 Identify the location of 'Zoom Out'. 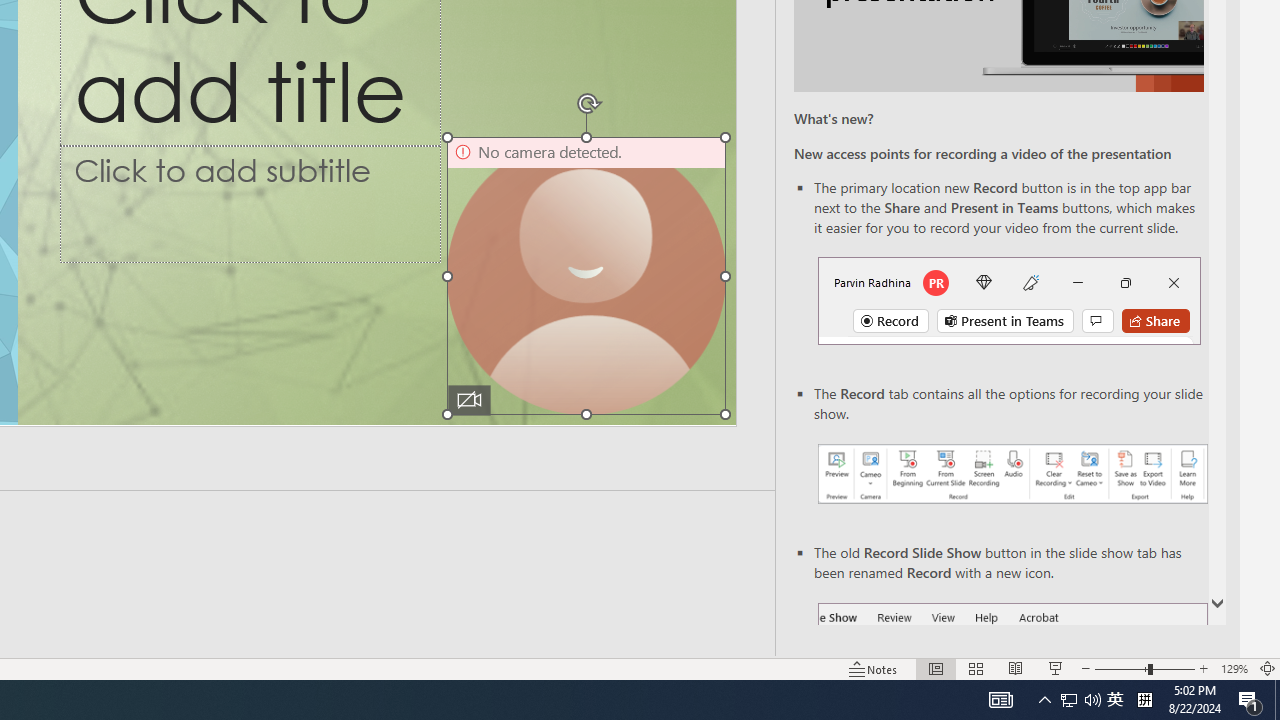
(1121, 669).